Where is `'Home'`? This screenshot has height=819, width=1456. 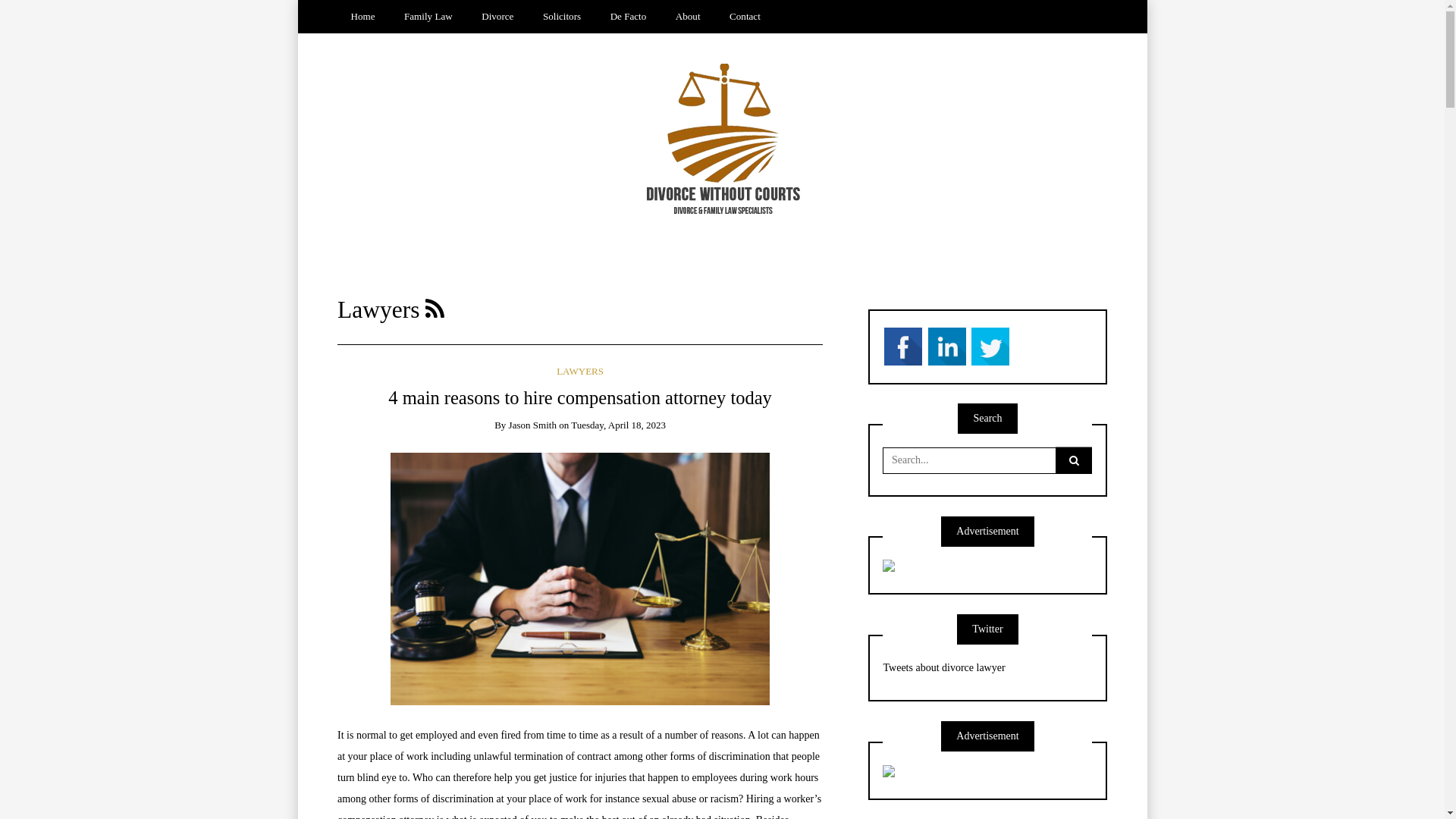
'Home' is located at coordinates (337, 17).